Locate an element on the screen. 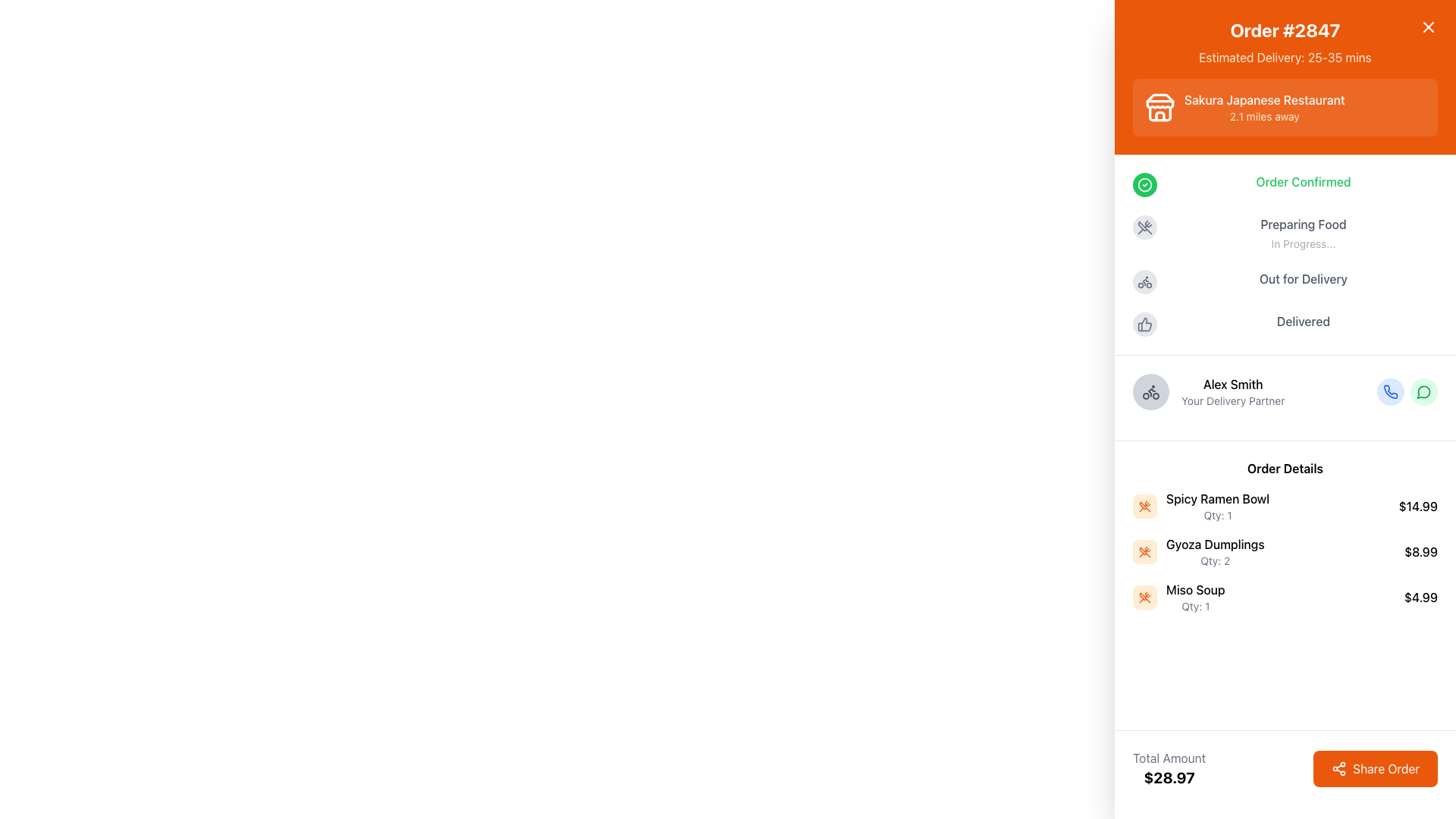 This screenshot has width=1456, height=819. the 'Preparing Food' text label, which displays the status of food preparation in a progress tracking interface is located at coordinates (1302, 224).